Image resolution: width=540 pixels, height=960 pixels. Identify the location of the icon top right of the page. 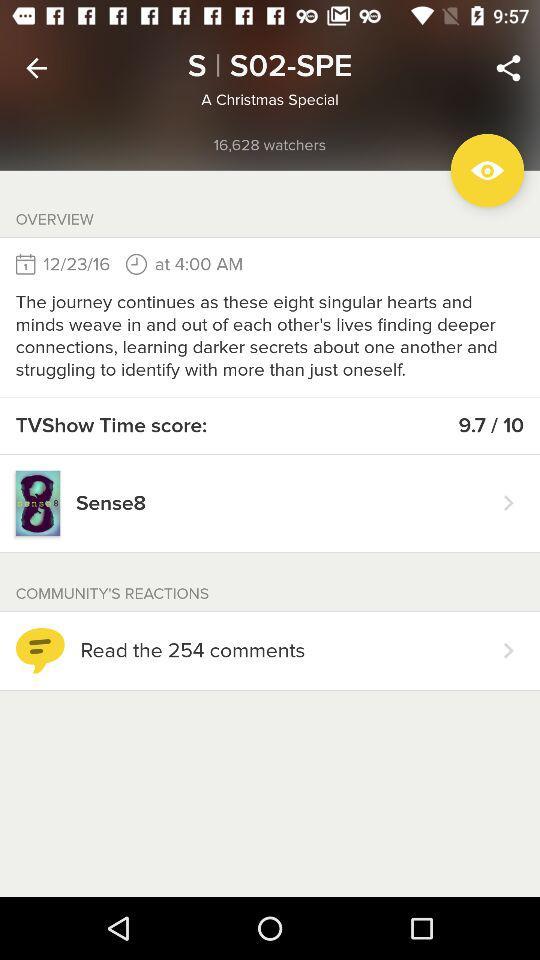
(508, 68).